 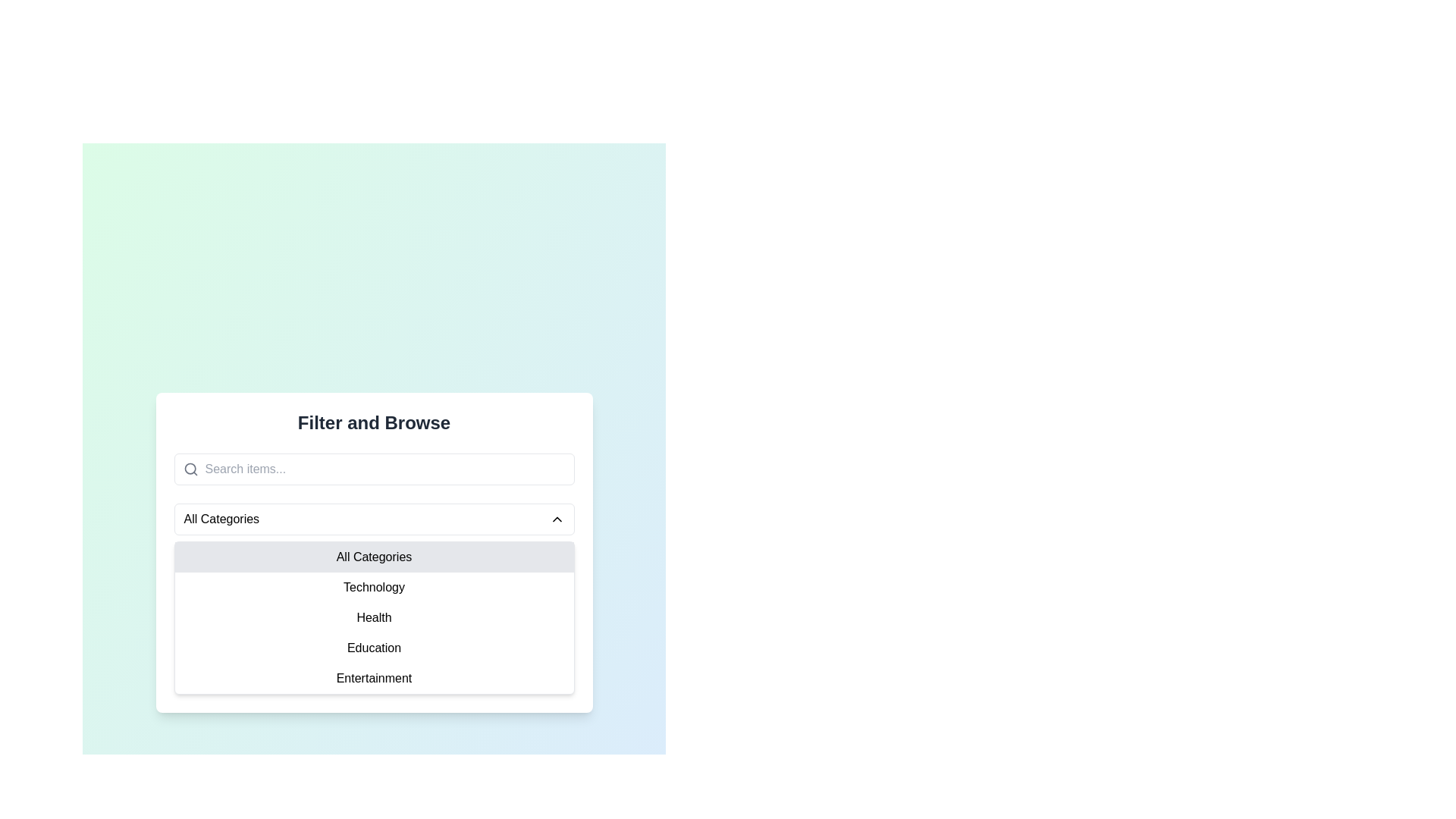 What do you see at coordinates (374, 557) in the screenshot?
I see `the first selectable list item used for filtering categories, located below the search bar and above the 'Technology' option` at bounding box center [374, 557].